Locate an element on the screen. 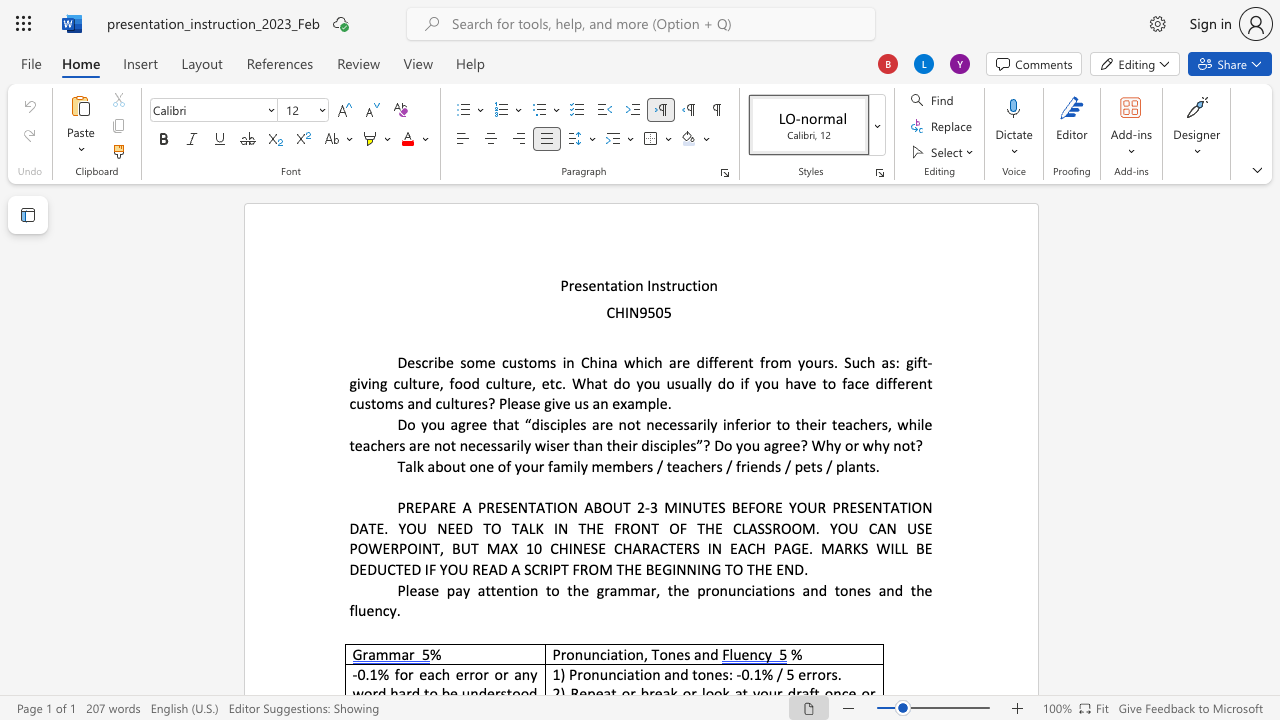  the 2th character "c" in the text is located at coordinates (386, 609).